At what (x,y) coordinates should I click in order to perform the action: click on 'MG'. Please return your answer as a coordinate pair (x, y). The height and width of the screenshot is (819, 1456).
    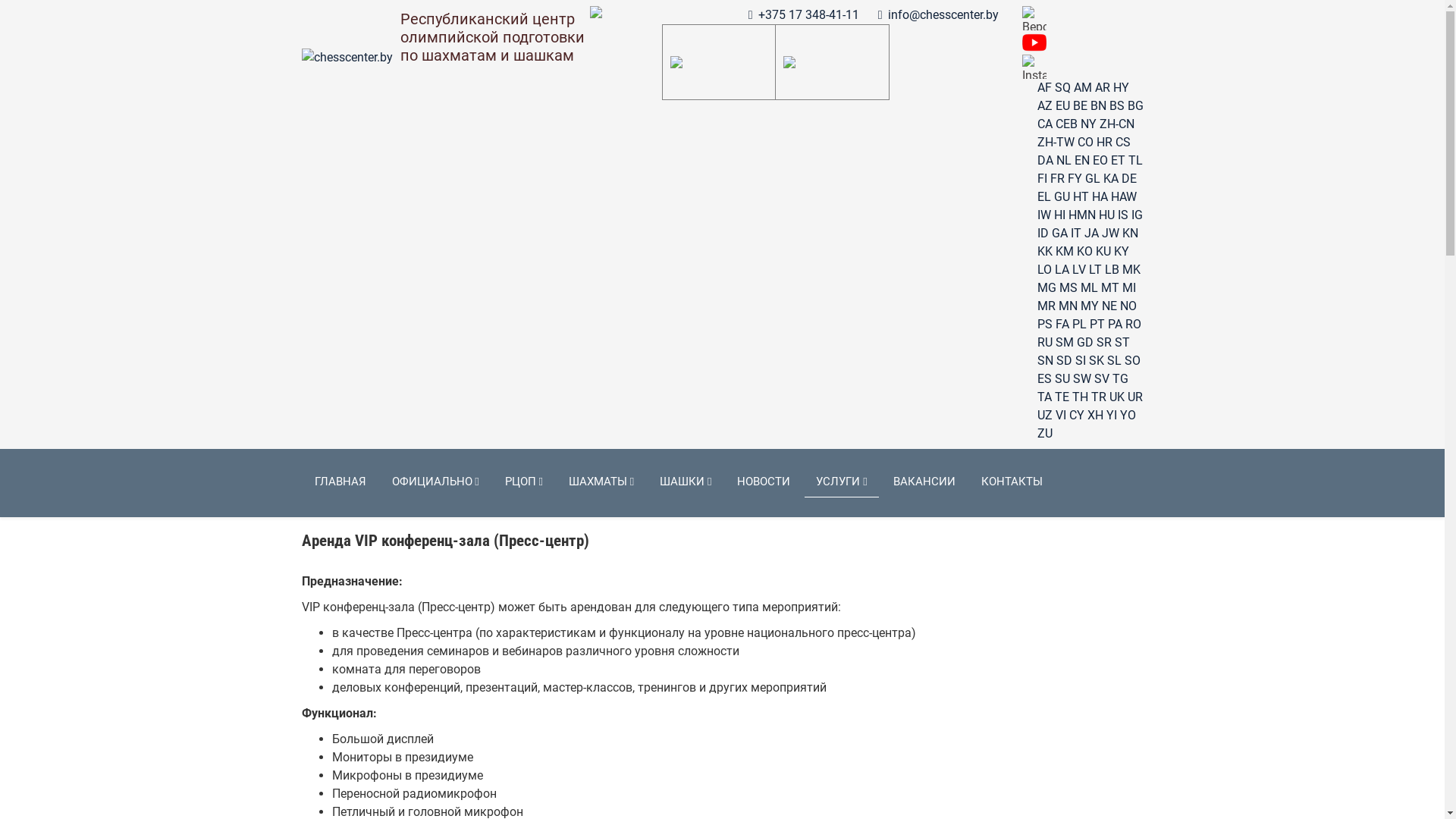
    Looking at the image, I should click on (1046, 287).